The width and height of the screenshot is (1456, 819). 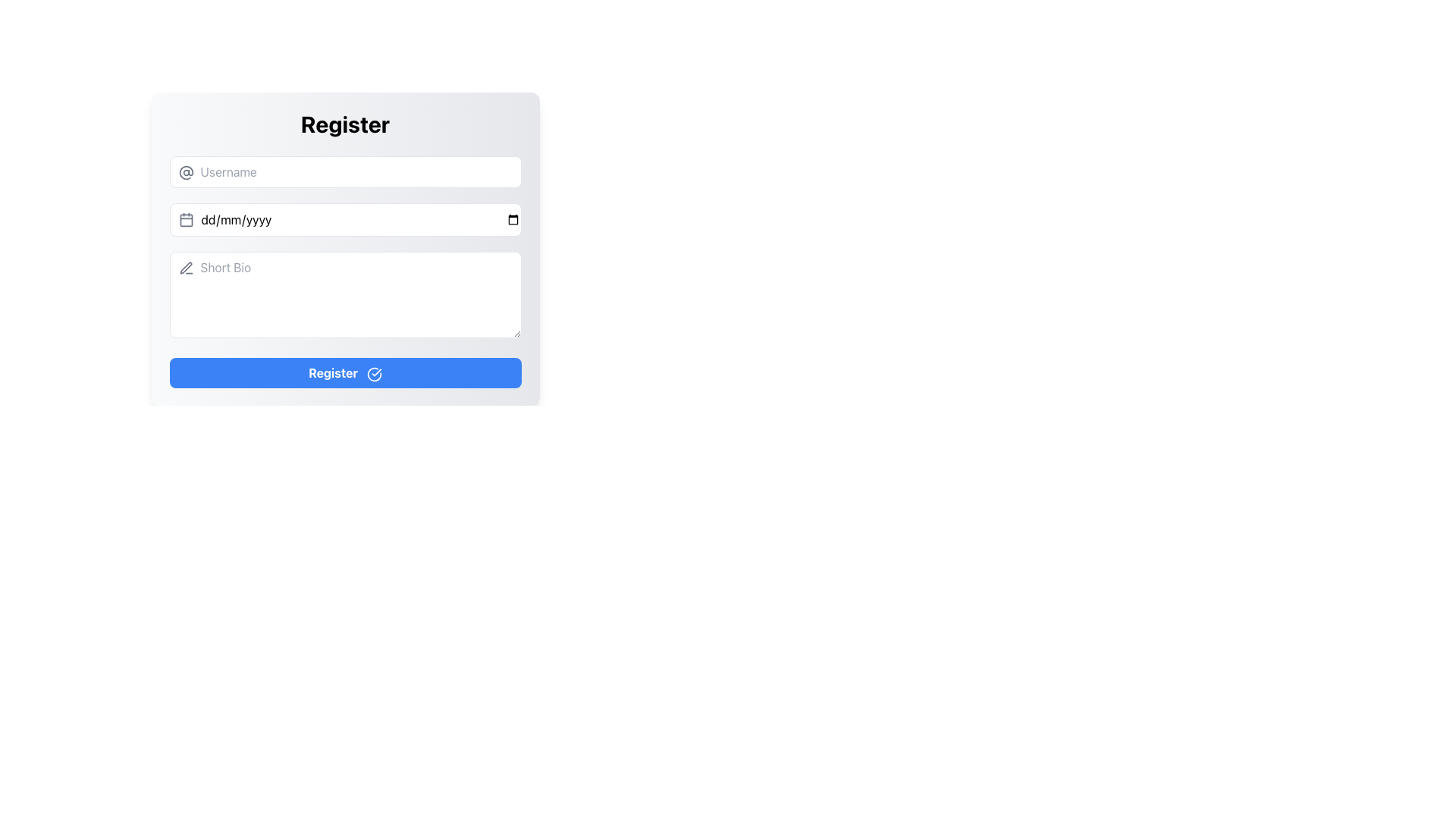 I want to click on the date input field, which is the second input field in the 'Register' form, to observe the interactive styling changes, so click(x=344, y=219).